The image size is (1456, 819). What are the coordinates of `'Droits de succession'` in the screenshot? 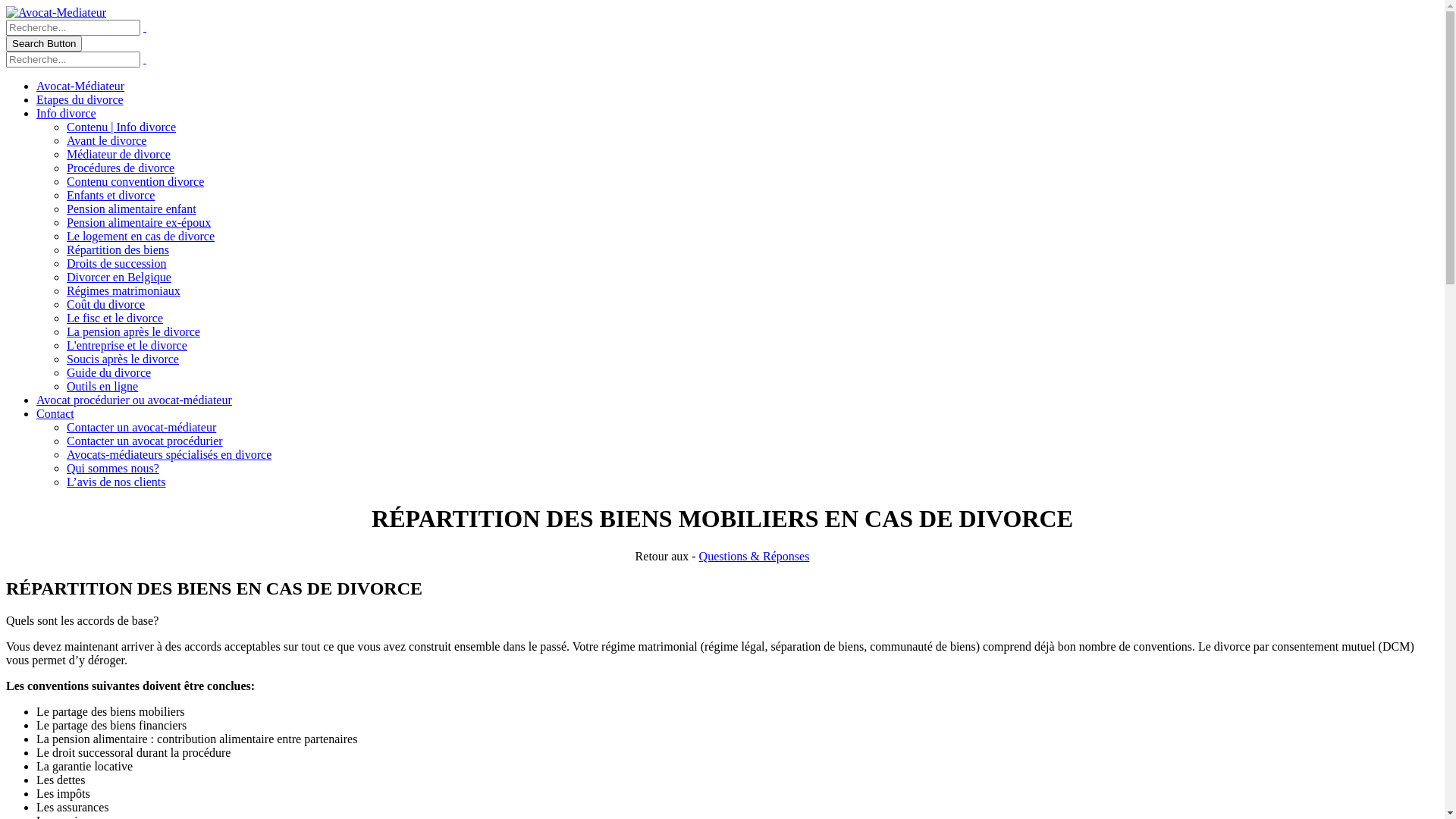 It's located at (115, 262).